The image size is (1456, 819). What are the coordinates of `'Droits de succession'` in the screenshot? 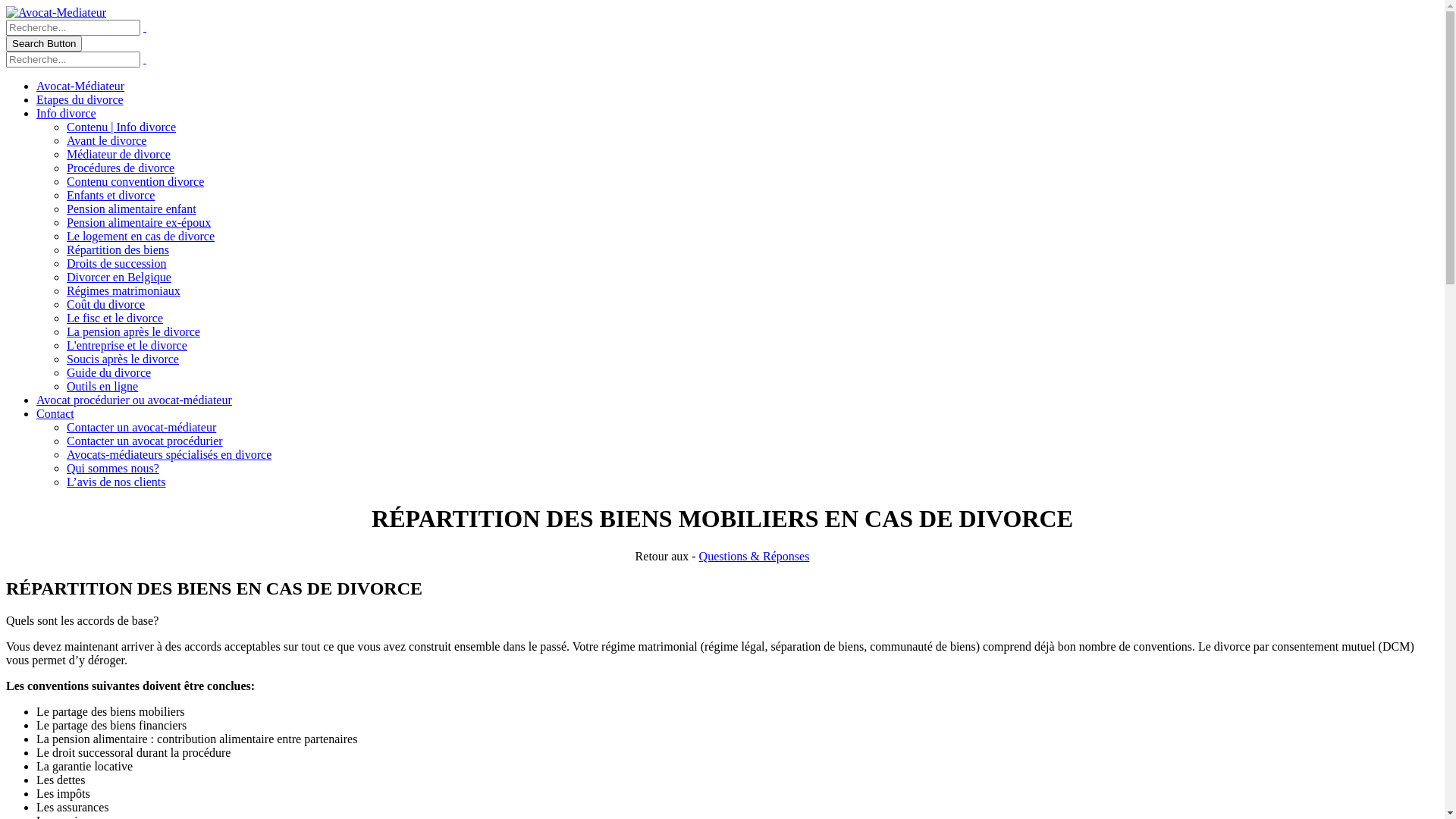 It's located at (115, 262).